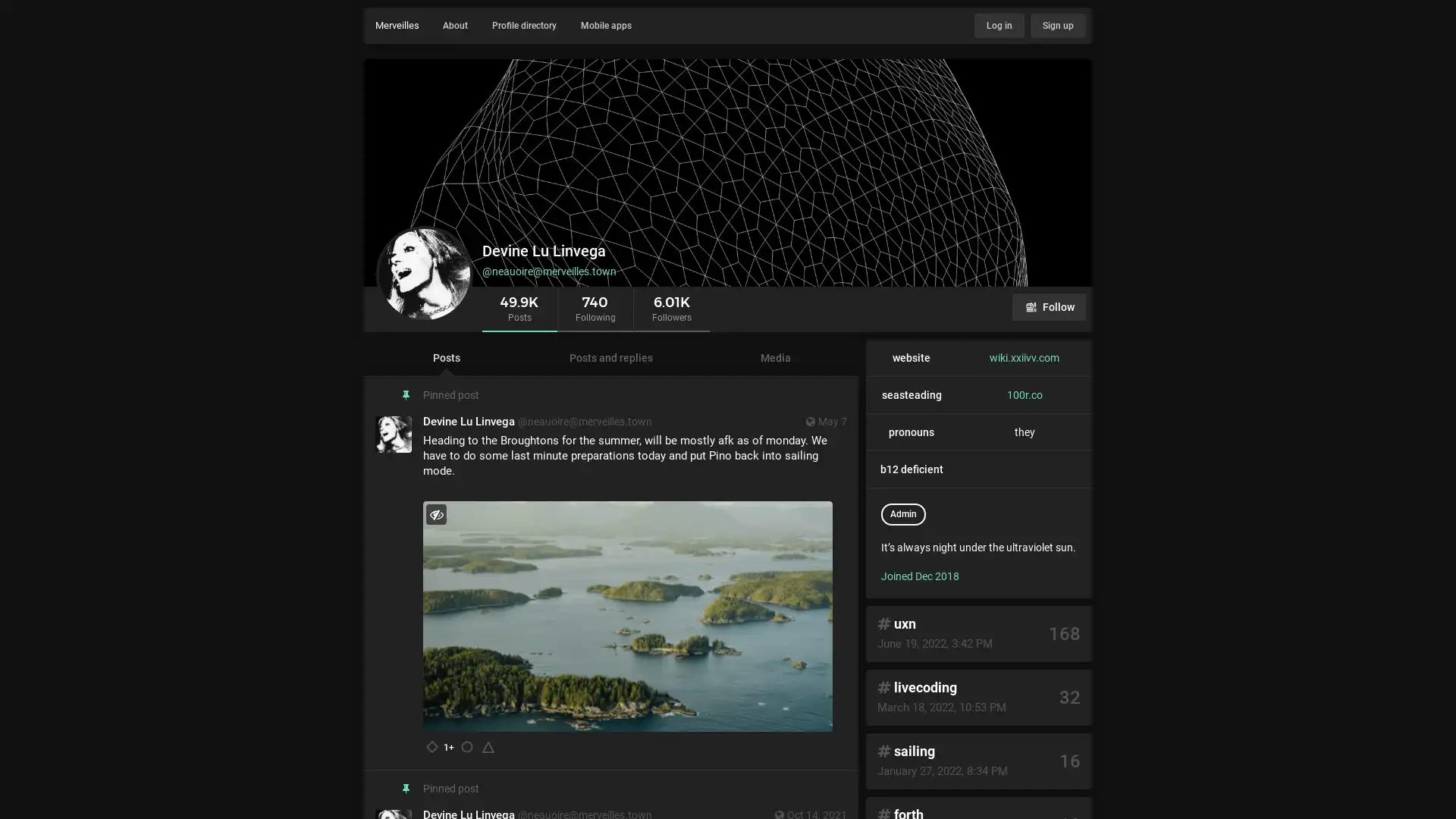 The image size is (1456, 819). I want to click on Hide image, so click(435, 513).